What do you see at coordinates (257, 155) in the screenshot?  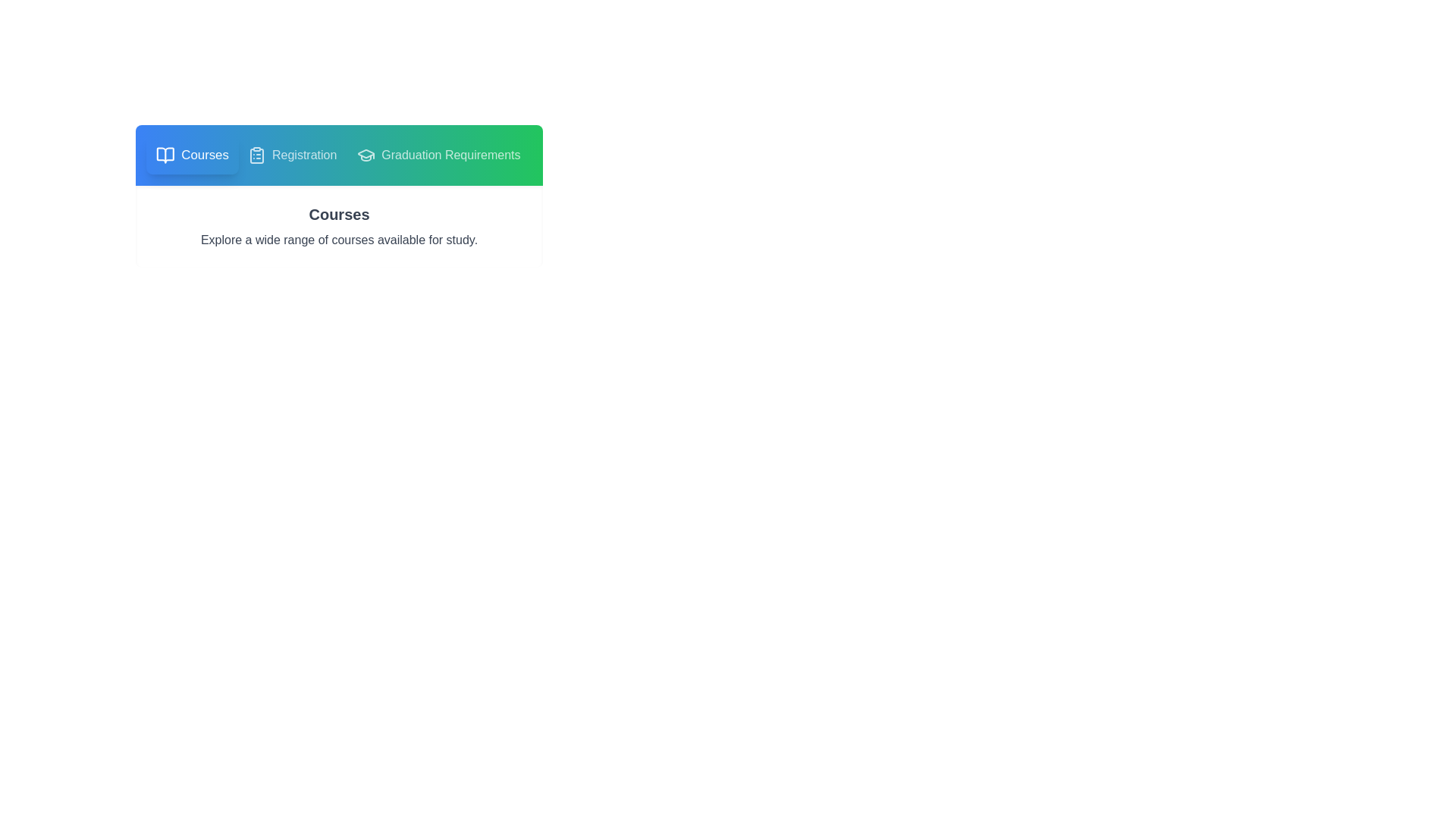 I see `the icon of the Registration tab` at bounding box center [257, 155].